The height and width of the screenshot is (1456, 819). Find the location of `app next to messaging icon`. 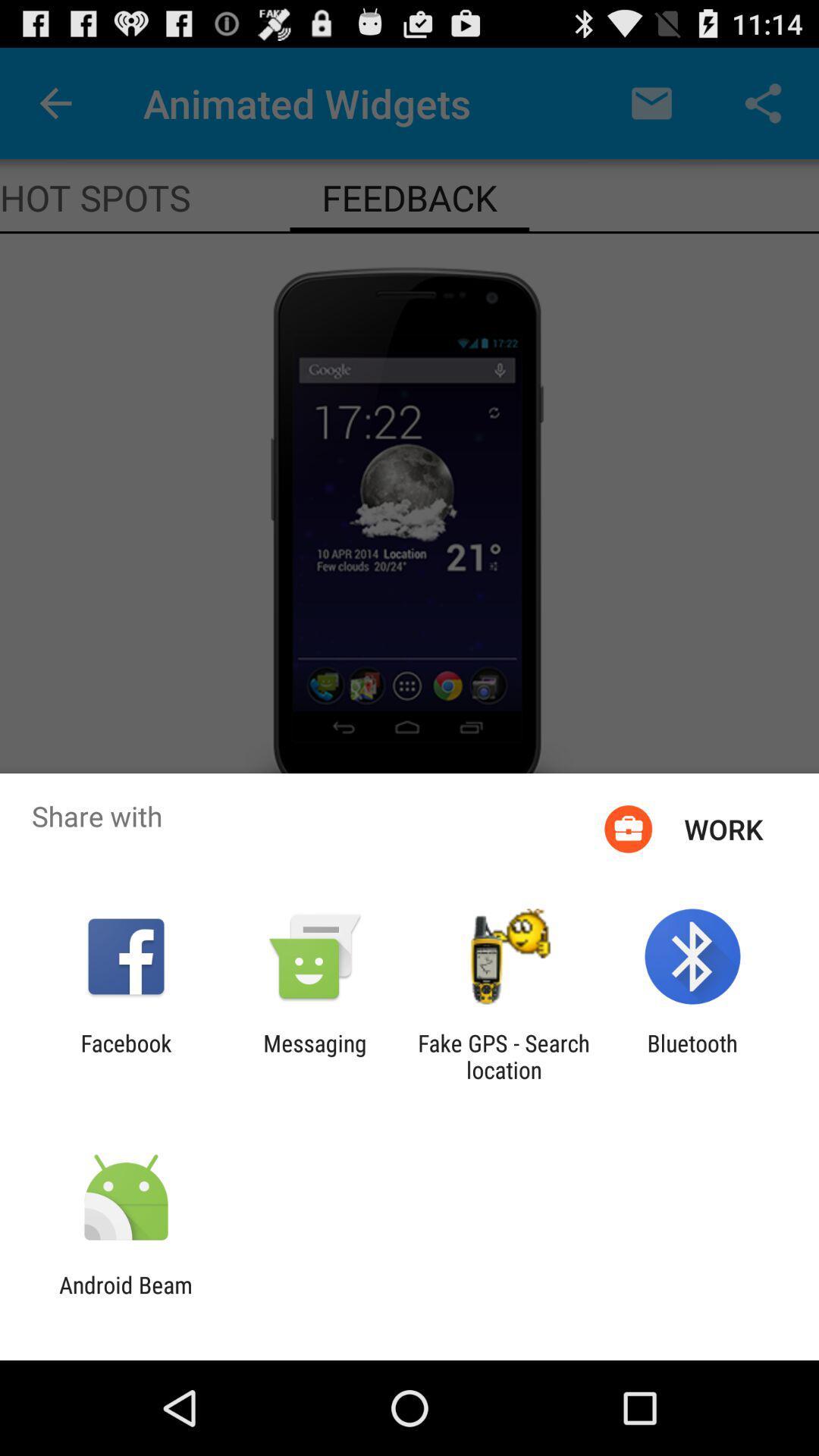

app next to messaging icon is located at coordinates (125, 1056).